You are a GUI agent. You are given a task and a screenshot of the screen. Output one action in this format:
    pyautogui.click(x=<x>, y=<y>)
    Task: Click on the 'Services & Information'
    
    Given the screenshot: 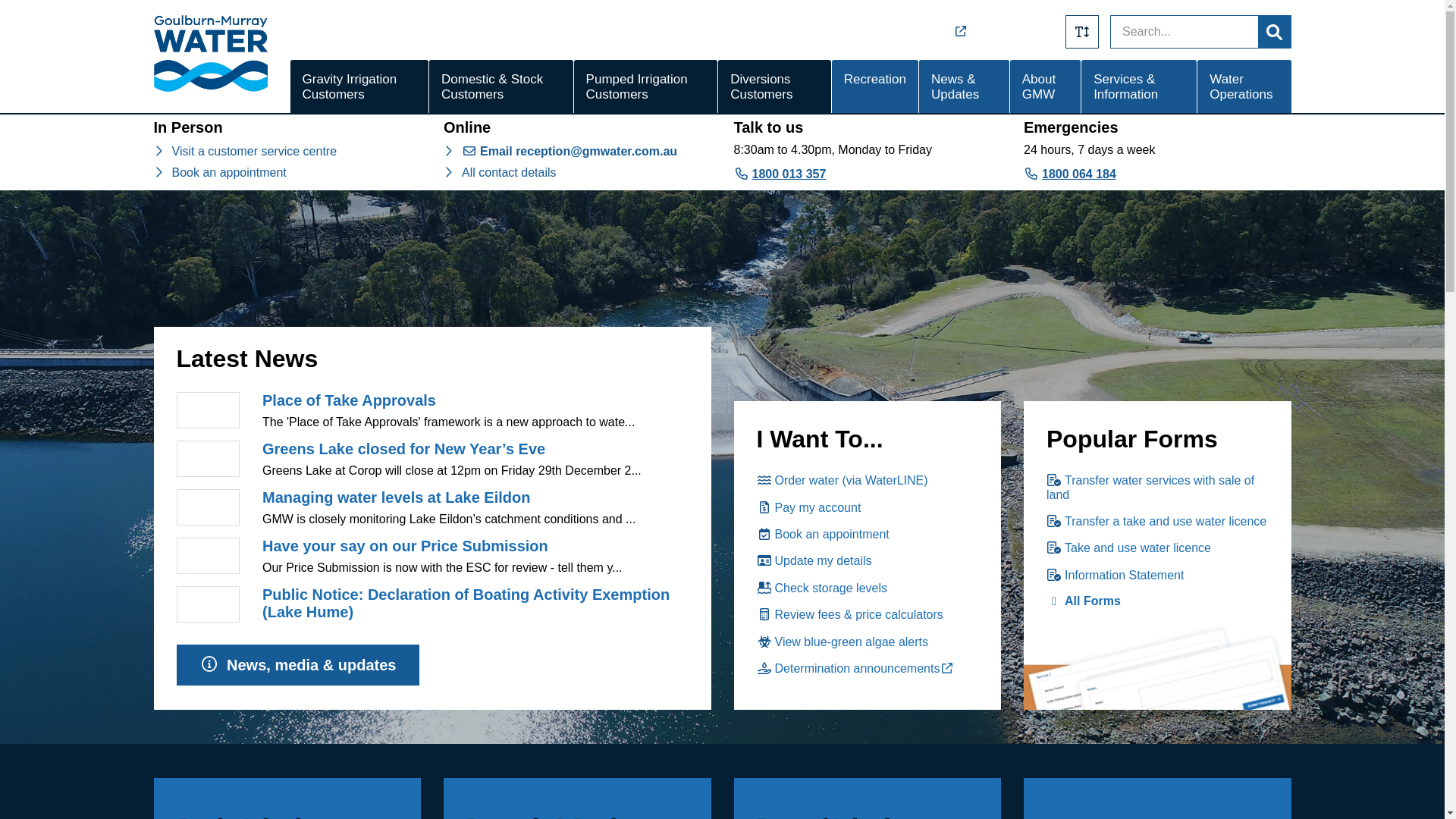 What is the action you would take?
    pyautogui.click(x=1139, y=87)
    